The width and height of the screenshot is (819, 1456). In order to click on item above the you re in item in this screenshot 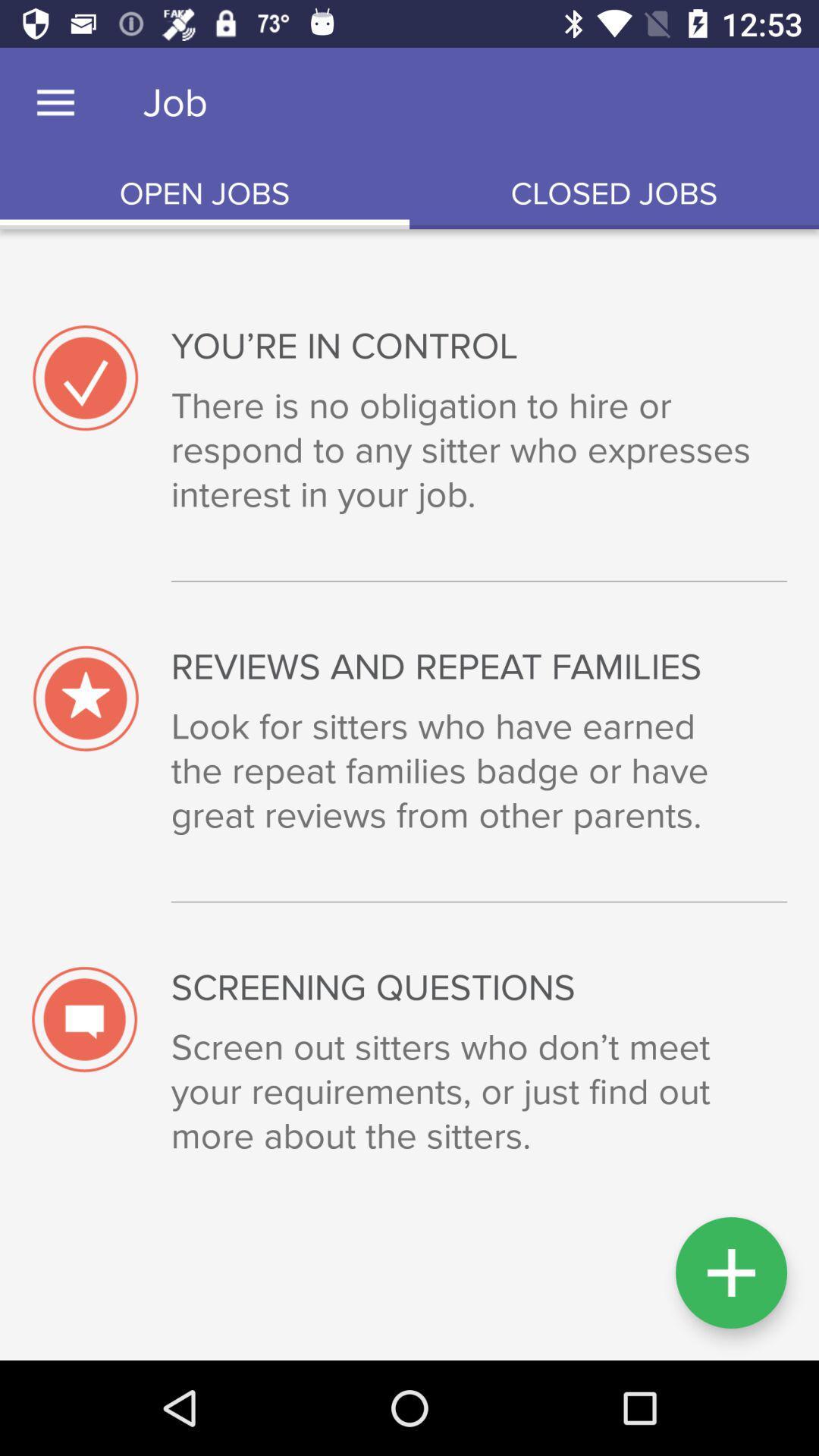, I will do `click(614, 193)`.